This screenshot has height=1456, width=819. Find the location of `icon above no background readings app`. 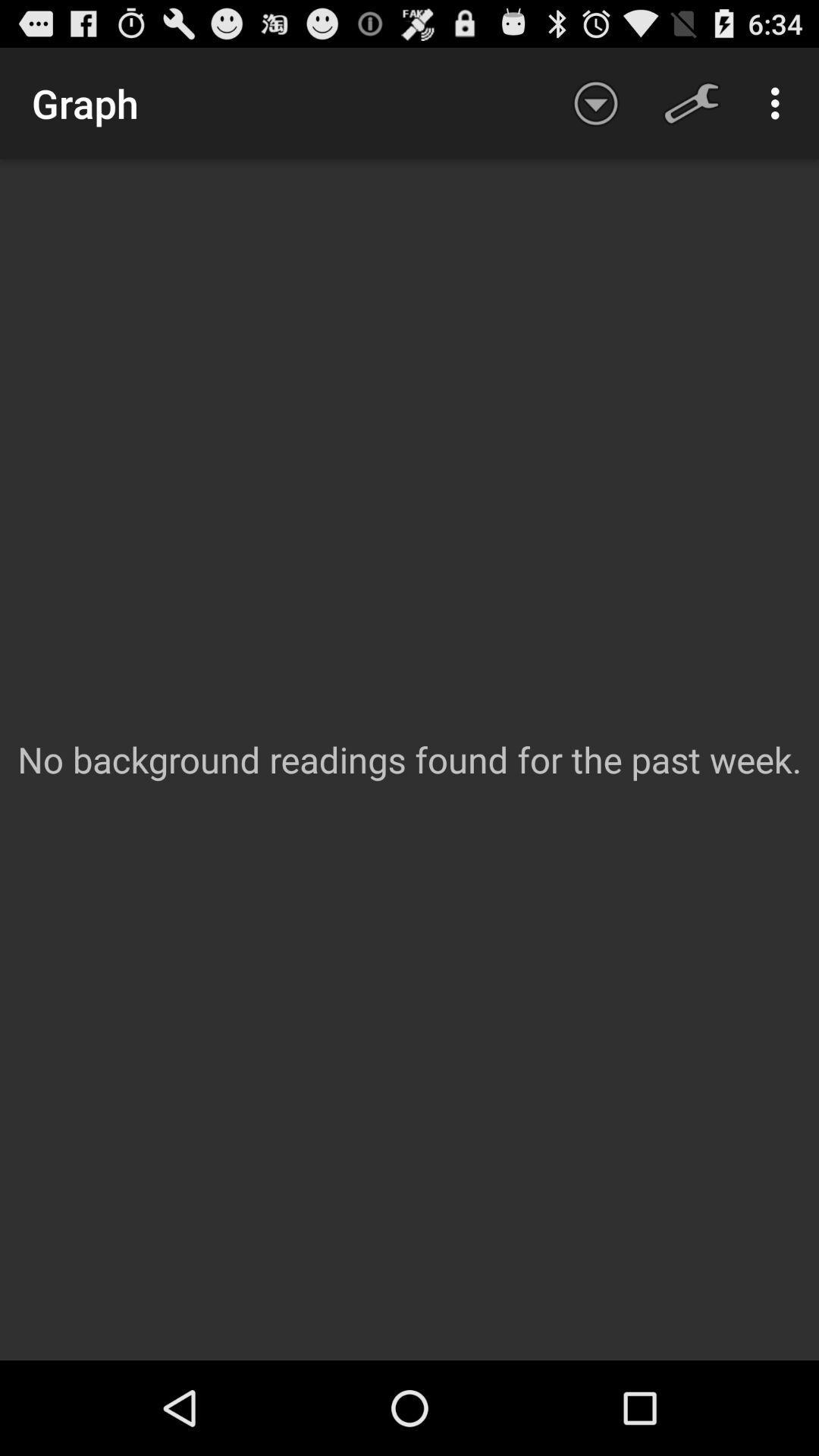

icon above no background readings app is located at coordinates (595, 102).